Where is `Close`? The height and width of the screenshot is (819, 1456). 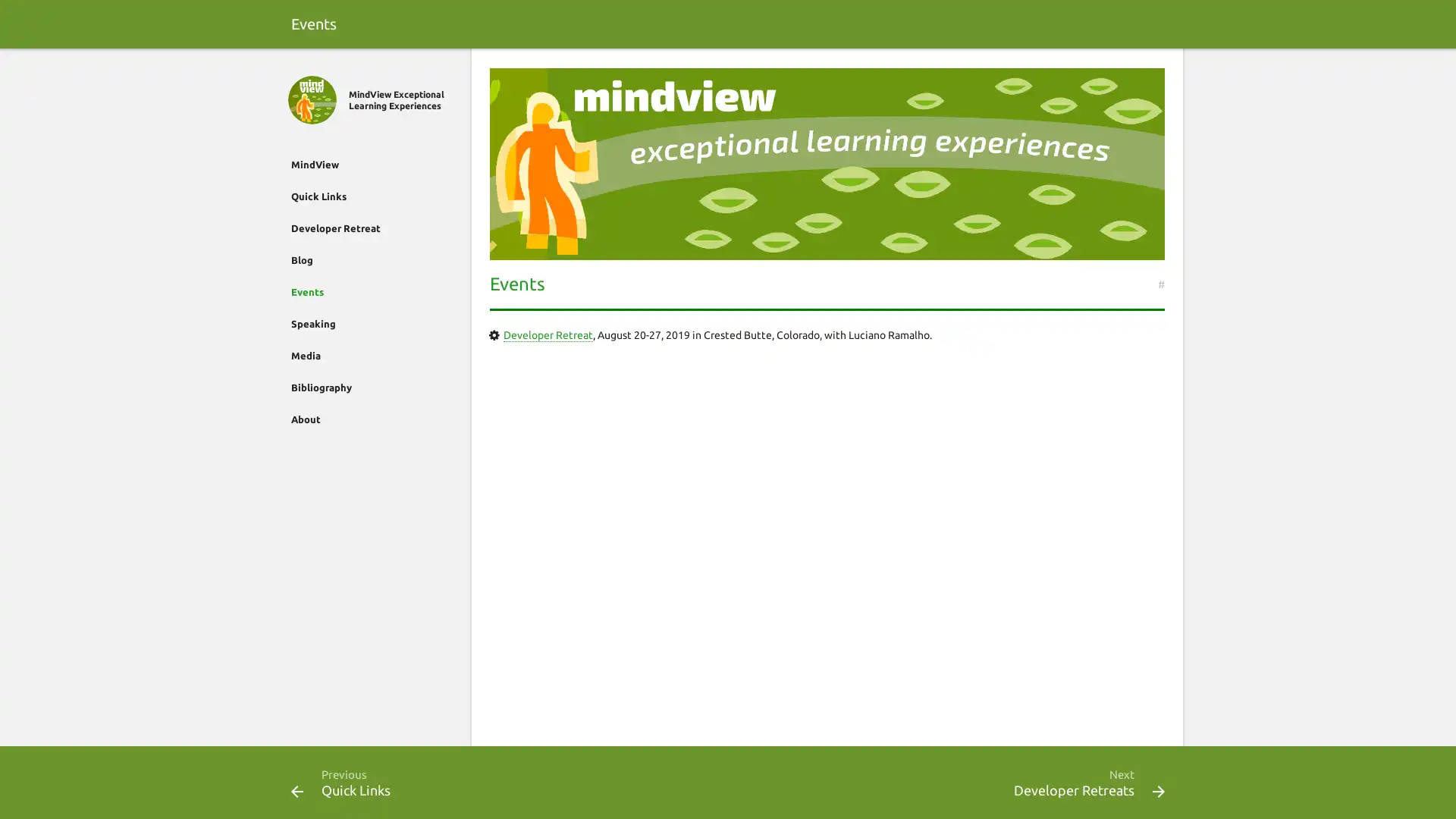 Close is located at coordinates (297, 66).